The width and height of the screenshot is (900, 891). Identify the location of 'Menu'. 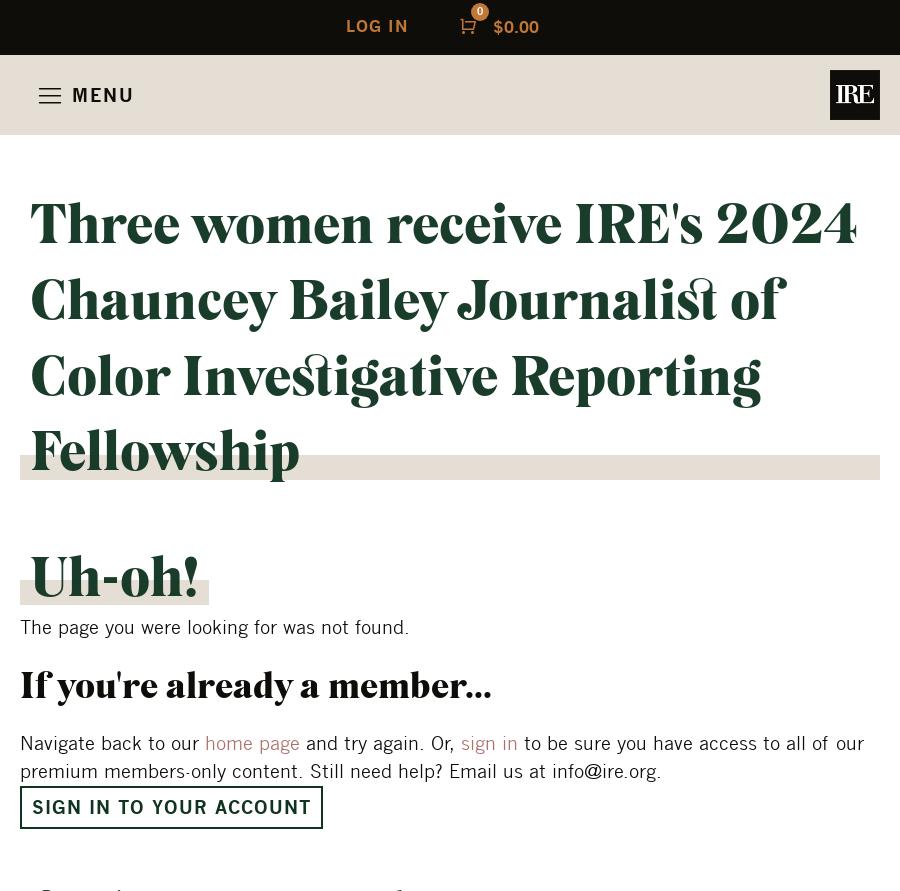
(102, 93).